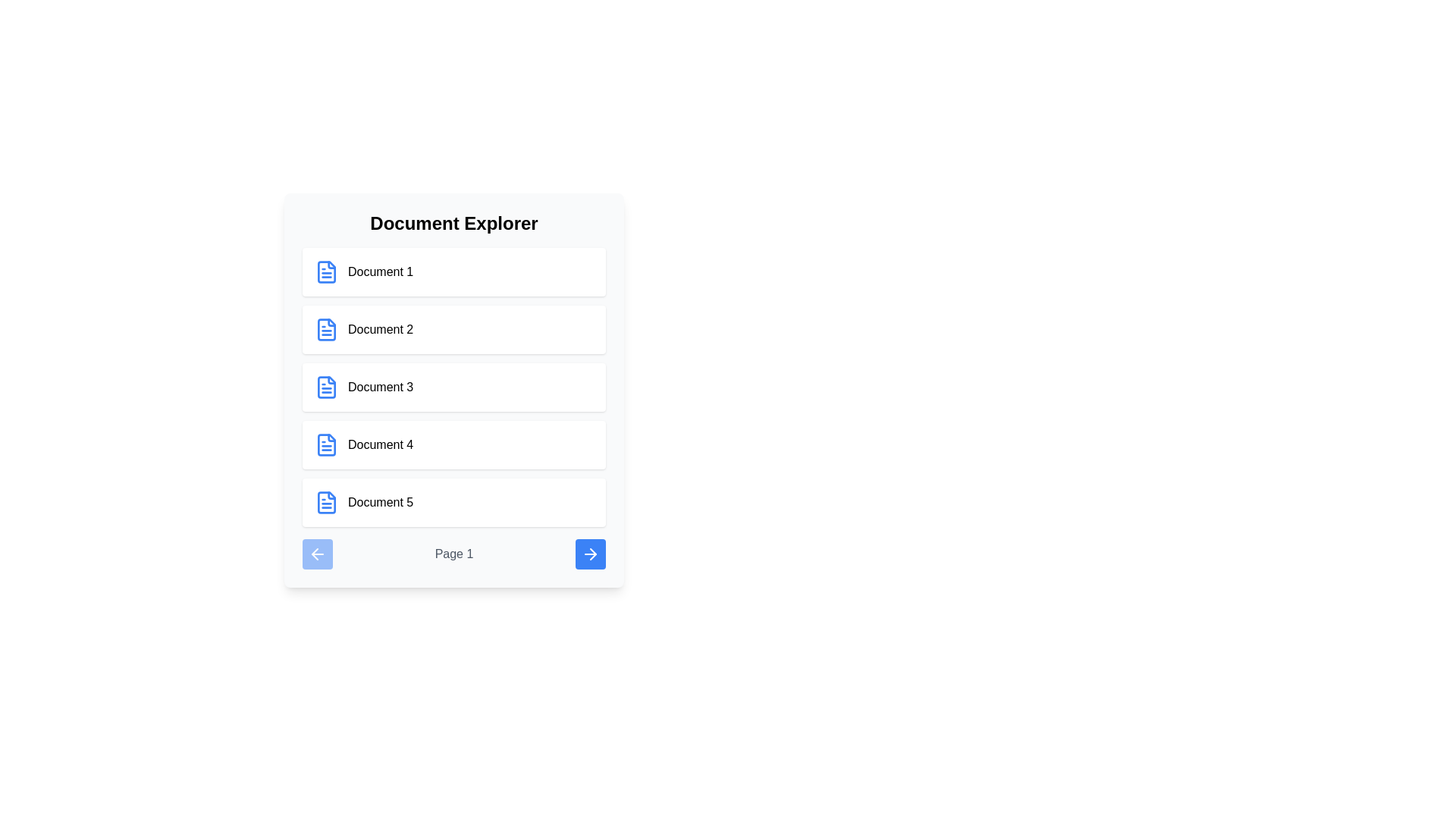  What do you see at coordinates (592, 554) in the screenshot?
I see `the triangular arrowhead of the arrow icon located in the lower right corner of the document explorer interface, which is part of an SVG structure` at bounding box center [592, 554].